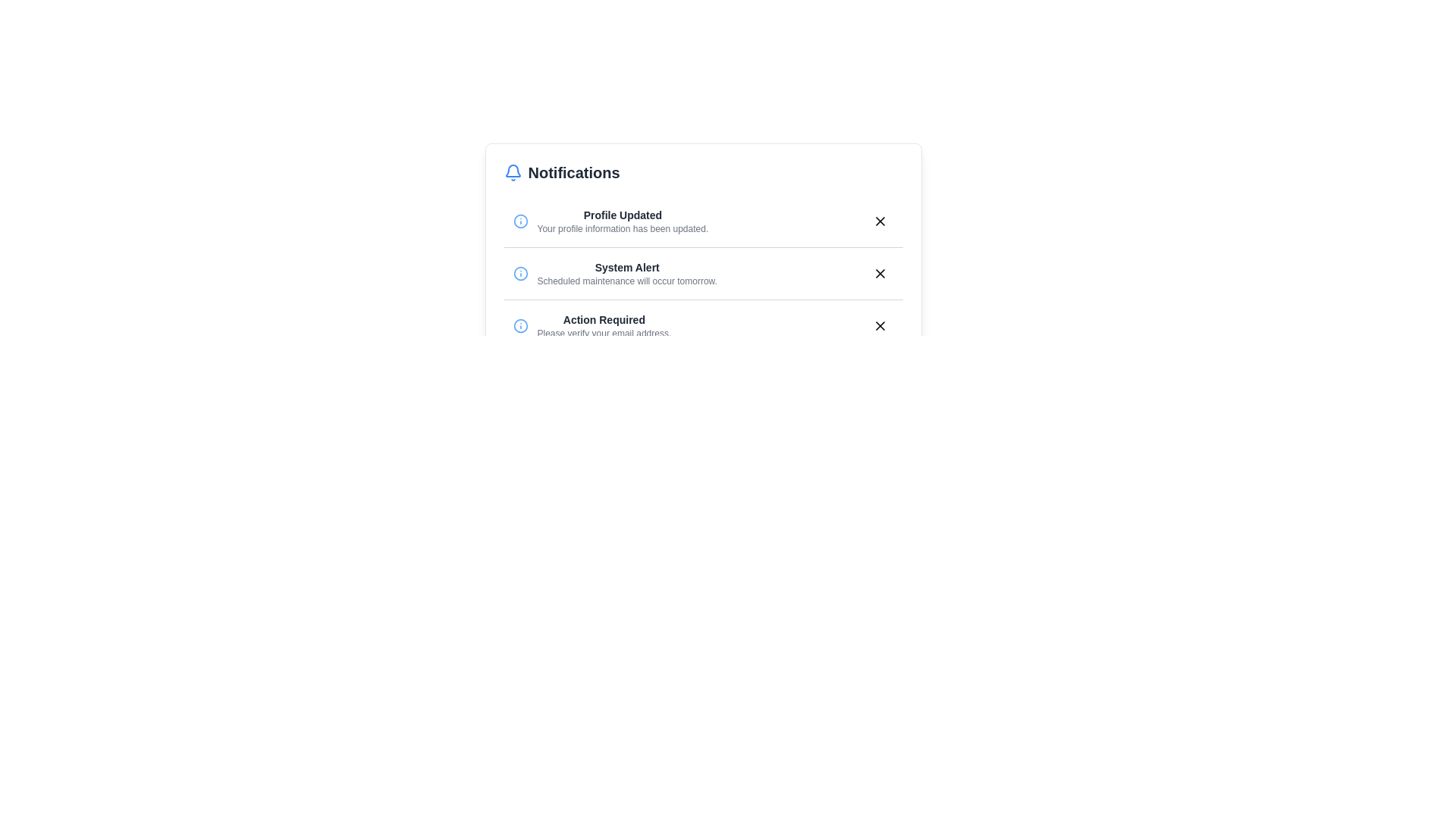 The image size is (1456, 819). I want to click on the 'X' icon in the upper-right corner of the 'Profile Updated' notification, so click(880, 221).